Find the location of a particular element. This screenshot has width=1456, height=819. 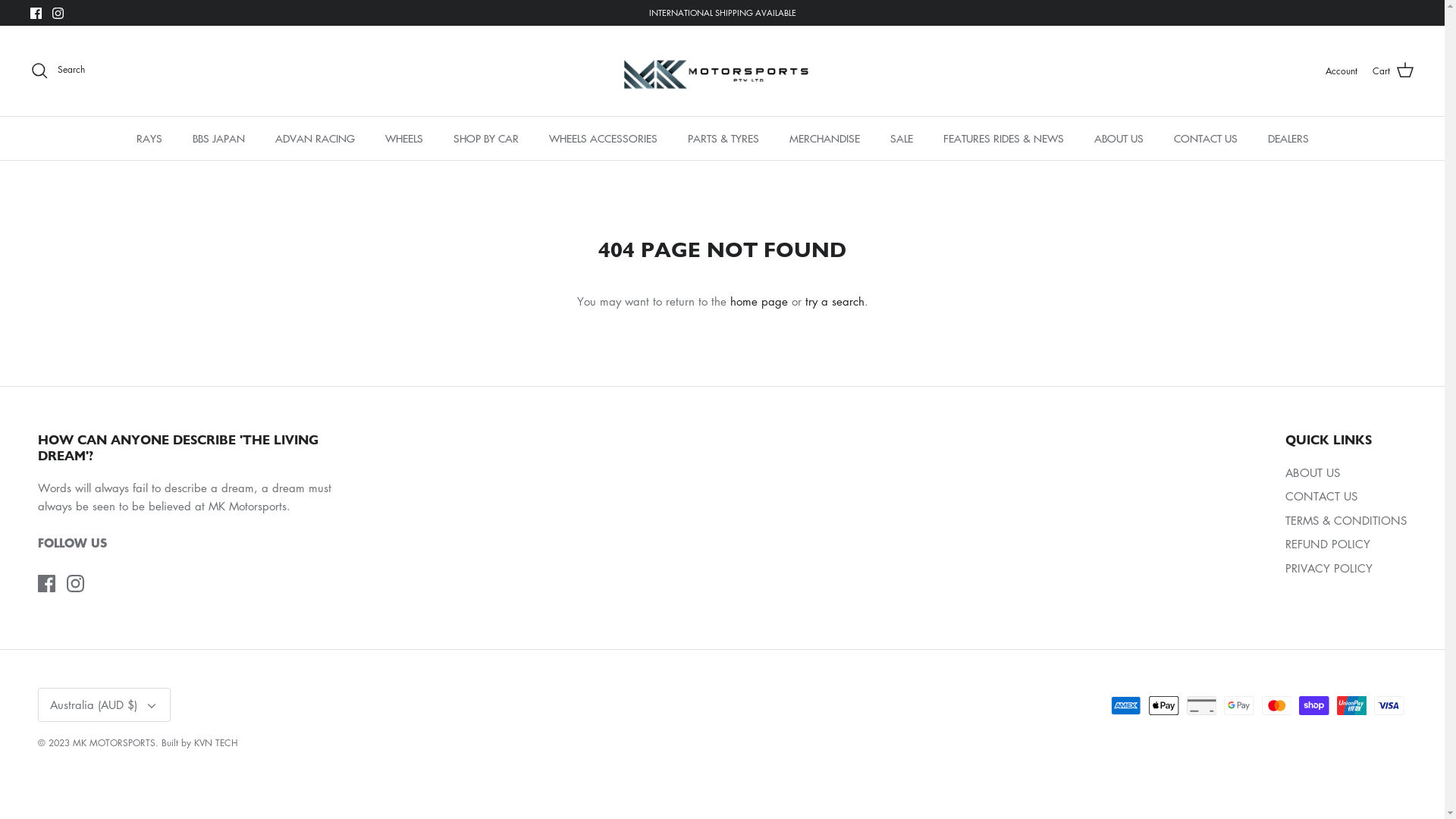

'Facebook' is located at coordinates (46, 582).